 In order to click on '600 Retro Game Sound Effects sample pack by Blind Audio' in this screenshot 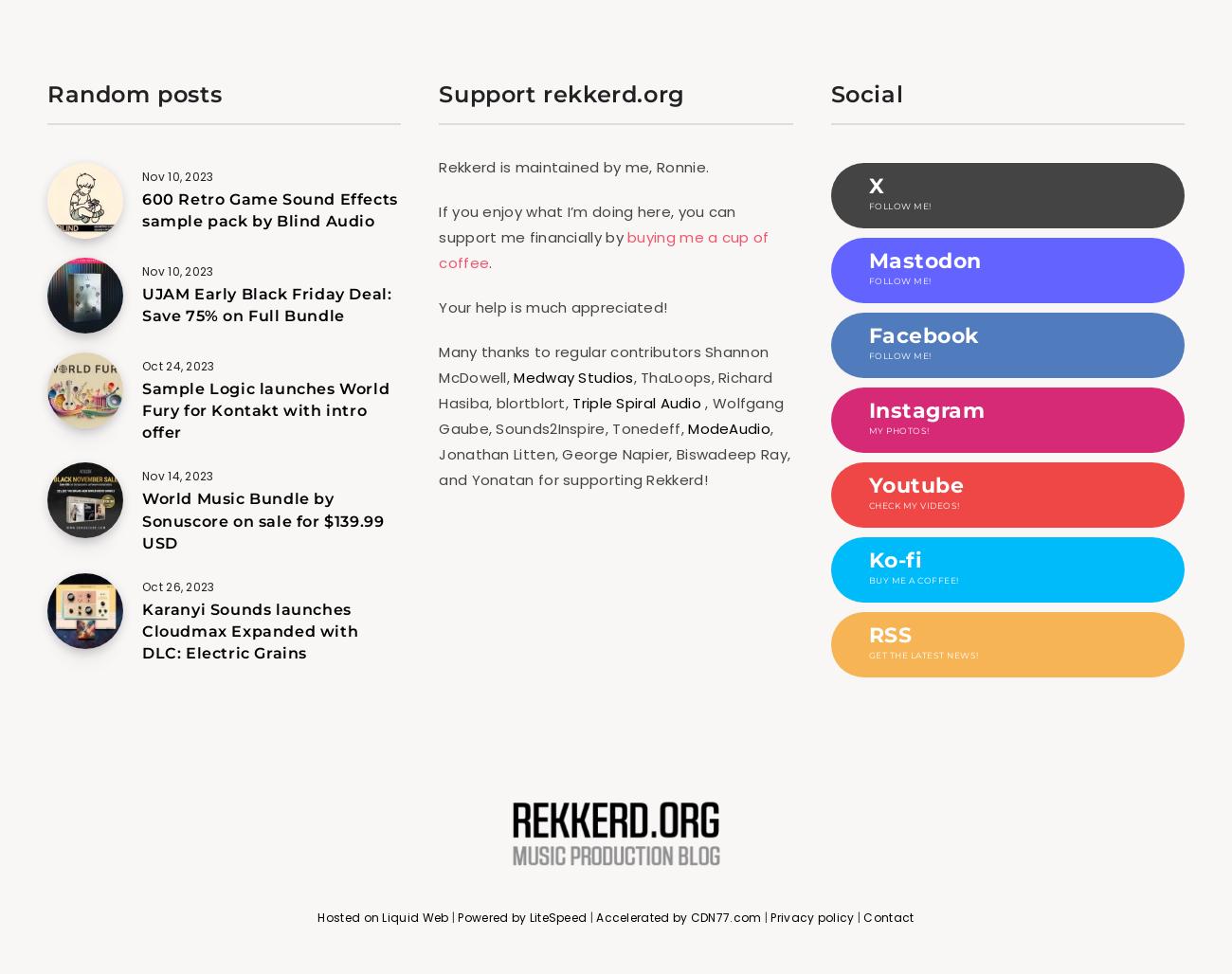, I will do `click(269, 208)`.